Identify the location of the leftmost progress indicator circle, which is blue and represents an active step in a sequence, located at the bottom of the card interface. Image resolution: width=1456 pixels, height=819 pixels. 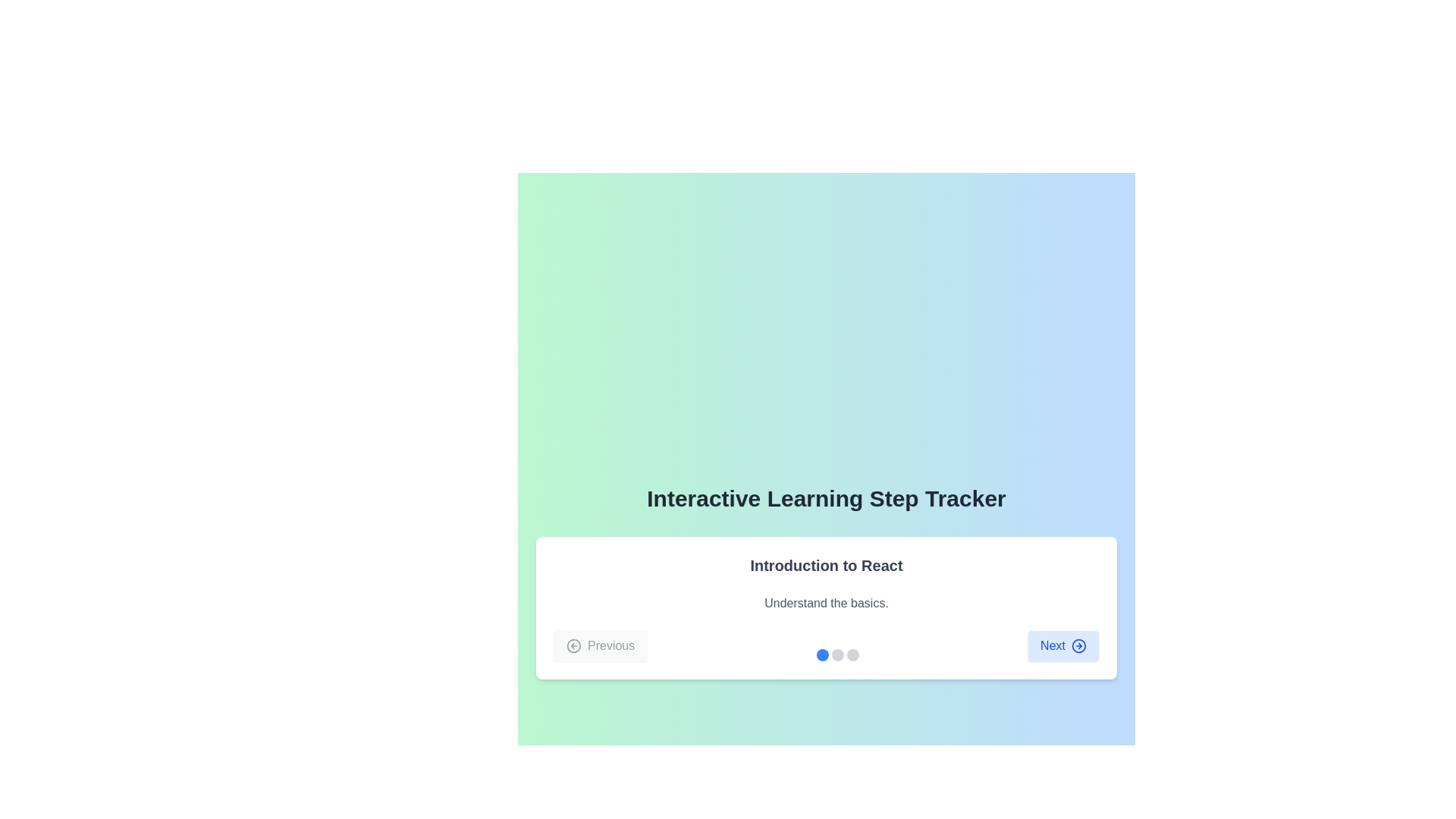
(821, 654).